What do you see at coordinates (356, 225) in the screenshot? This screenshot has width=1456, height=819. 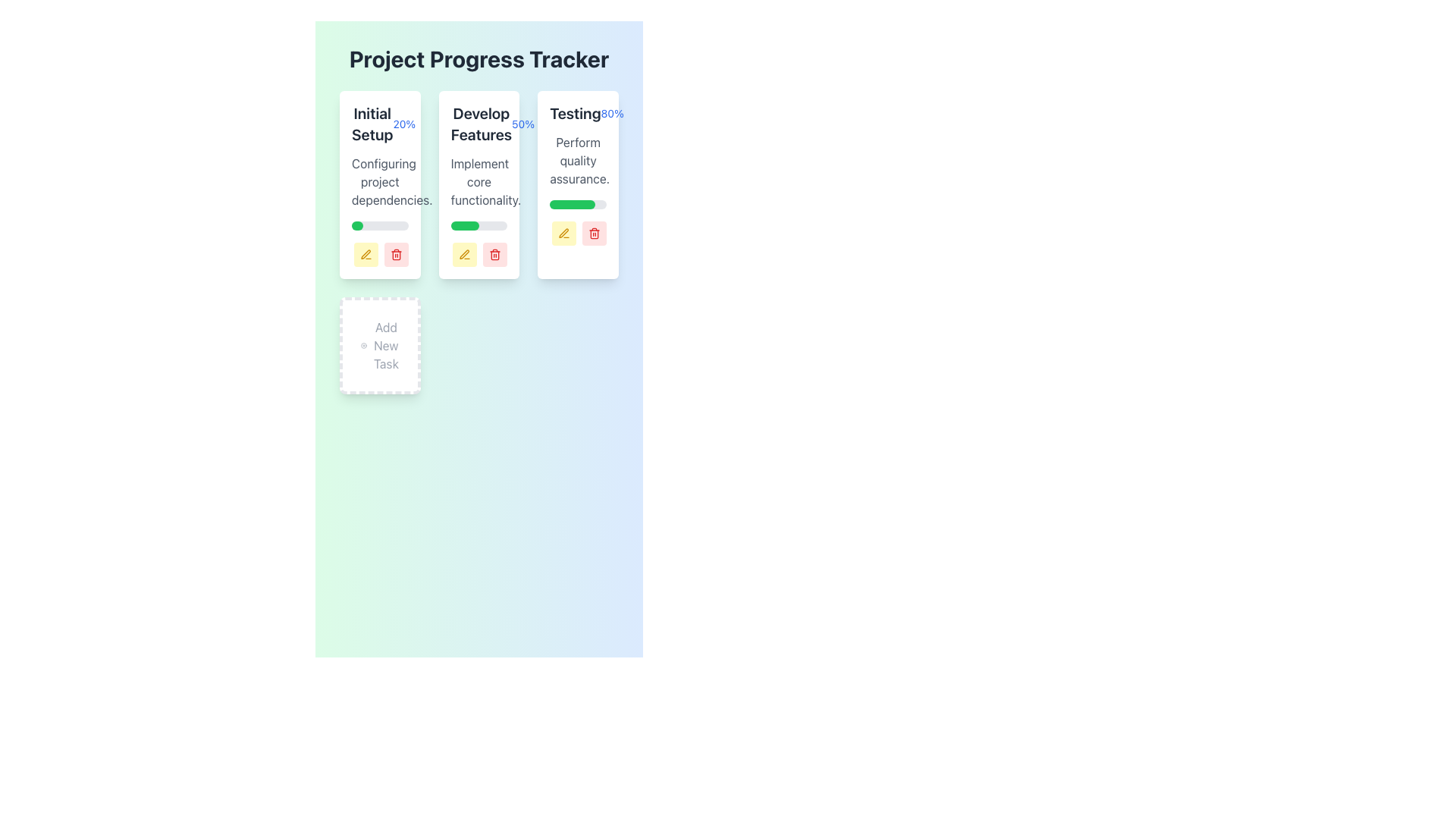 I see `the progress percentage of the green-styled Progress Bar Segment located at the start of the 'Develop Features' card section` at bounding box center [356, 225].